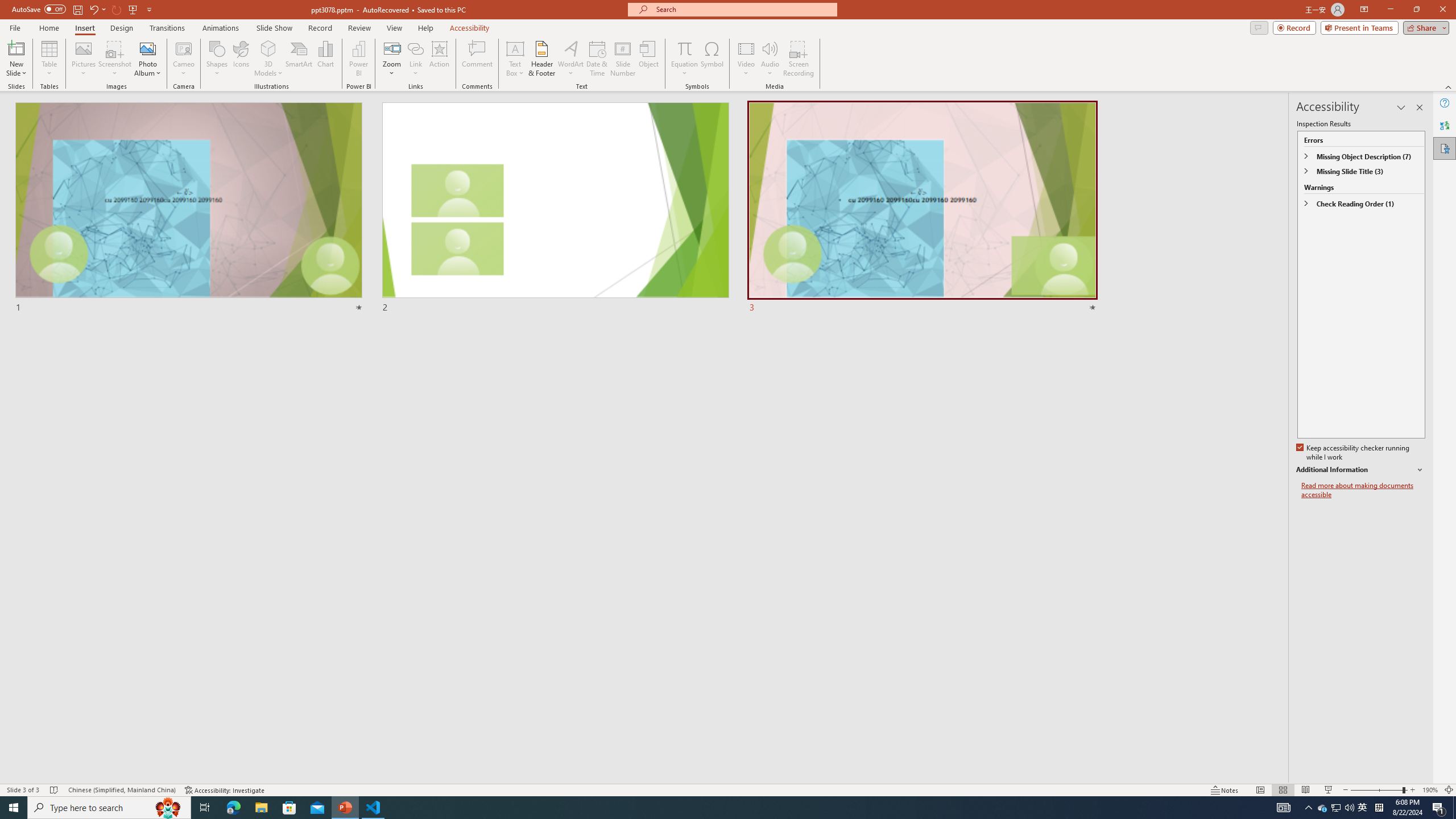 This screenshot has height=819, width=1456. I want to click on 'Header & Footer...', so click(541, 59).